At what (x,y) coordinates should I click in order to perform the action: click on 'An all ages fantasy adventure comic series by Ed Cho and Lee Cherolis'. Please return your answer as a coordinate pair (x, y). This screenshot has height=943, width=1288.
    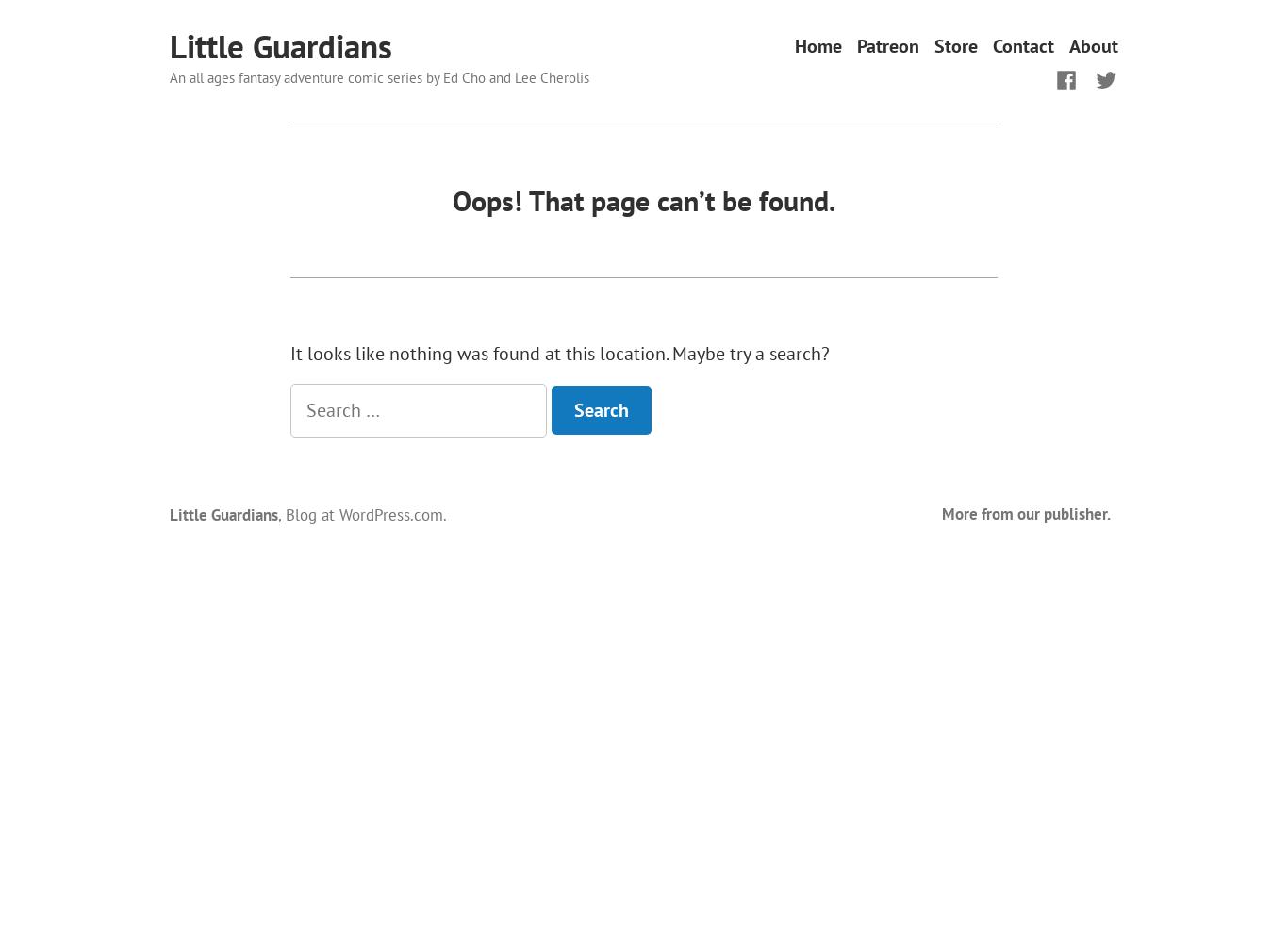
    Looking at the image, I should click on (378, 75).